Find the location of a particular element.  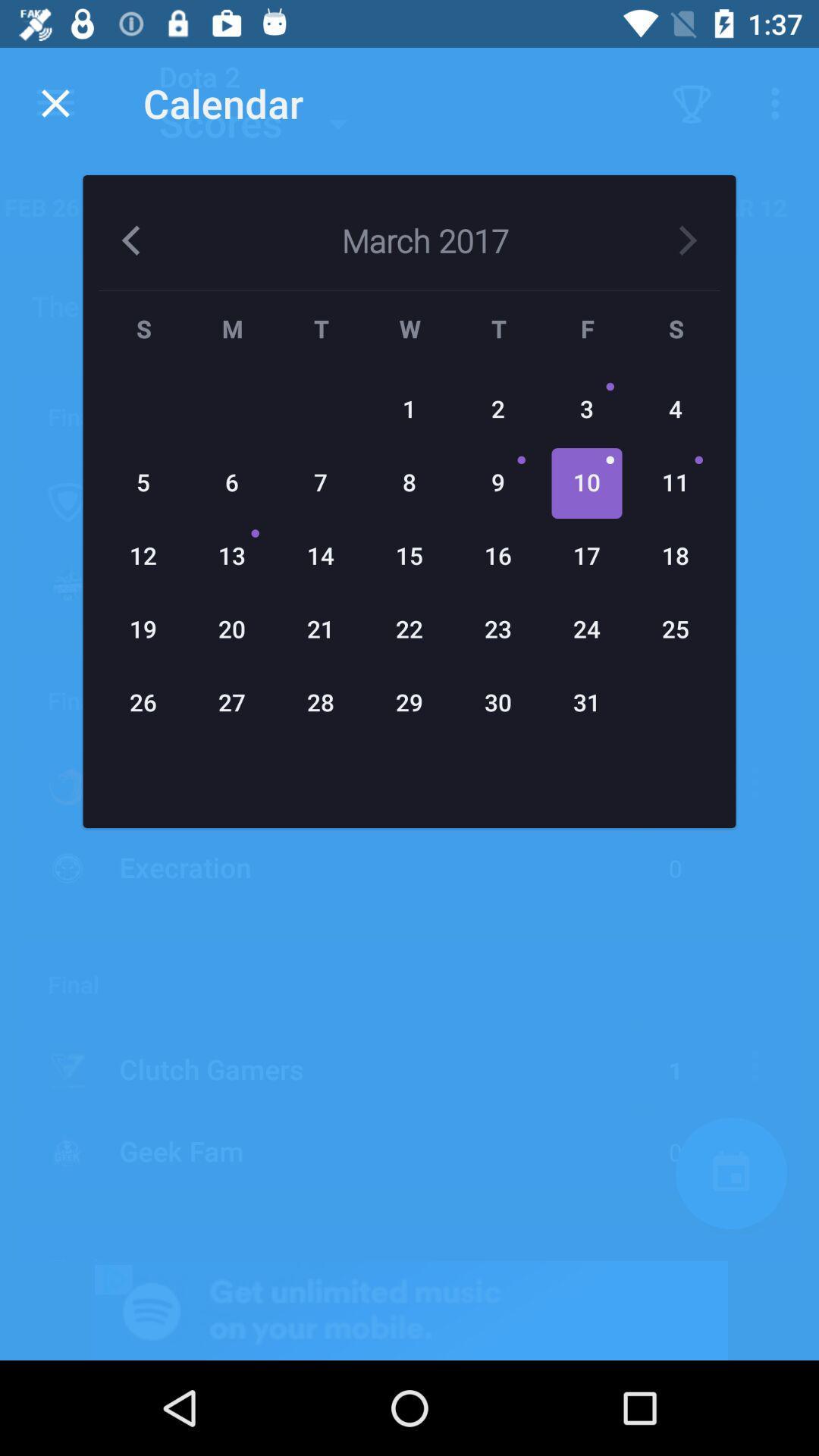

delte the calender is located at coordinates (55, 102).